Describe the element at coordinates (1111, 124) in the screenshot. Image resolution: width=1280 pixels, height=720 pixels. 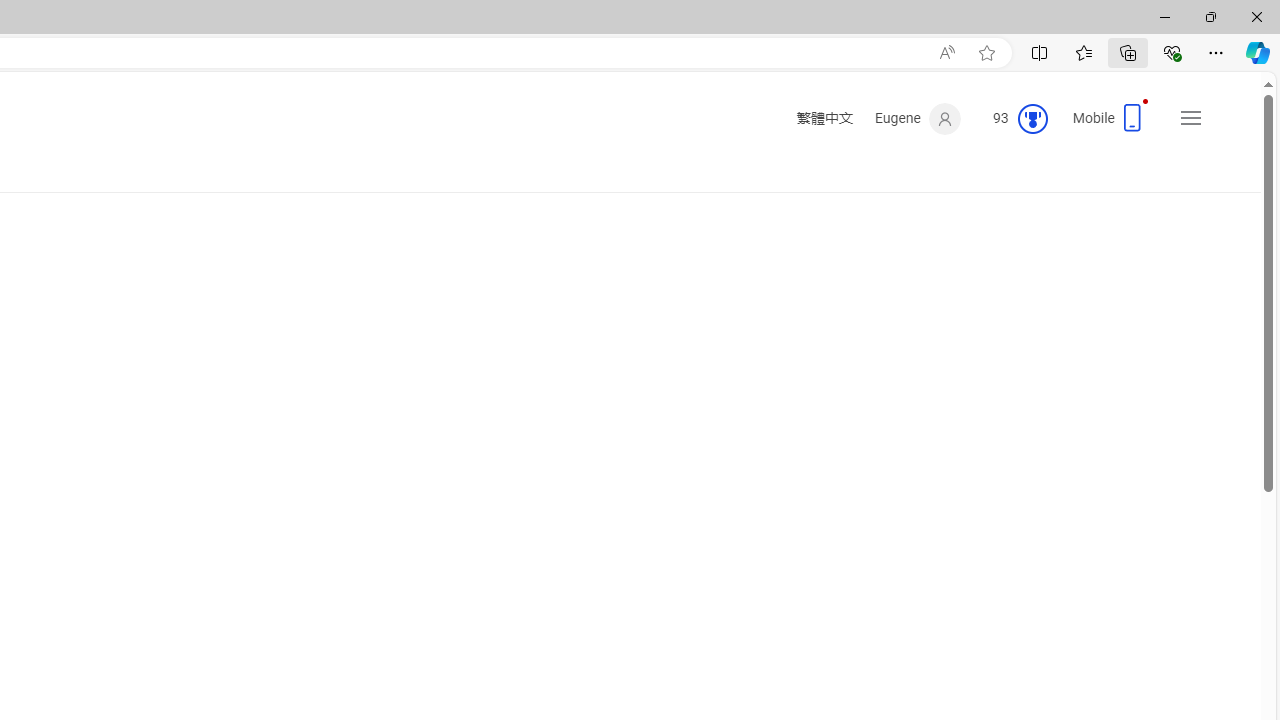
I see `'Mobile'` at that location.